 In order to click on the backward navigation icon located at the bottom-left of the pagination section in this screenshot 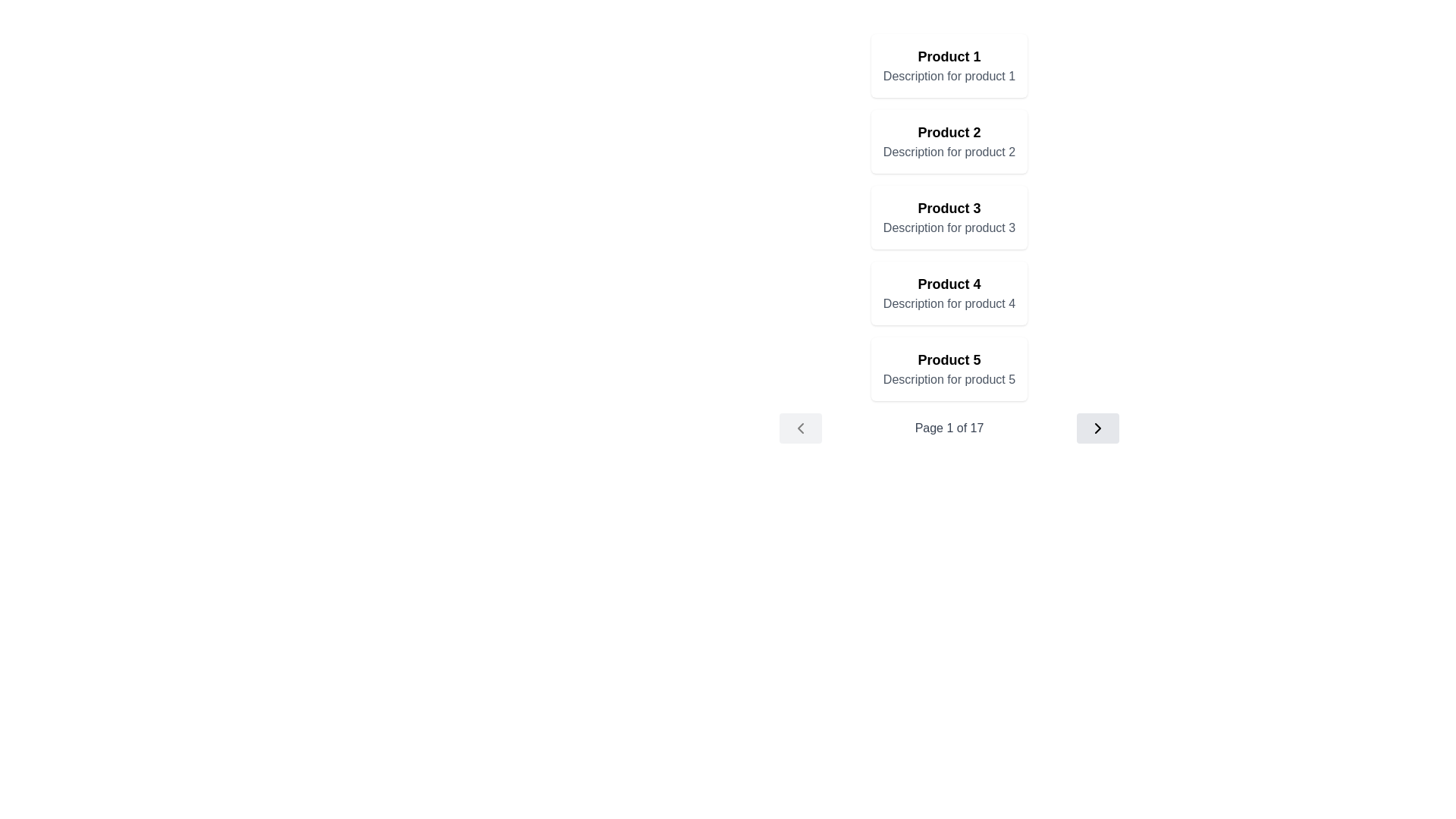, I will do `click(800, 428)`.